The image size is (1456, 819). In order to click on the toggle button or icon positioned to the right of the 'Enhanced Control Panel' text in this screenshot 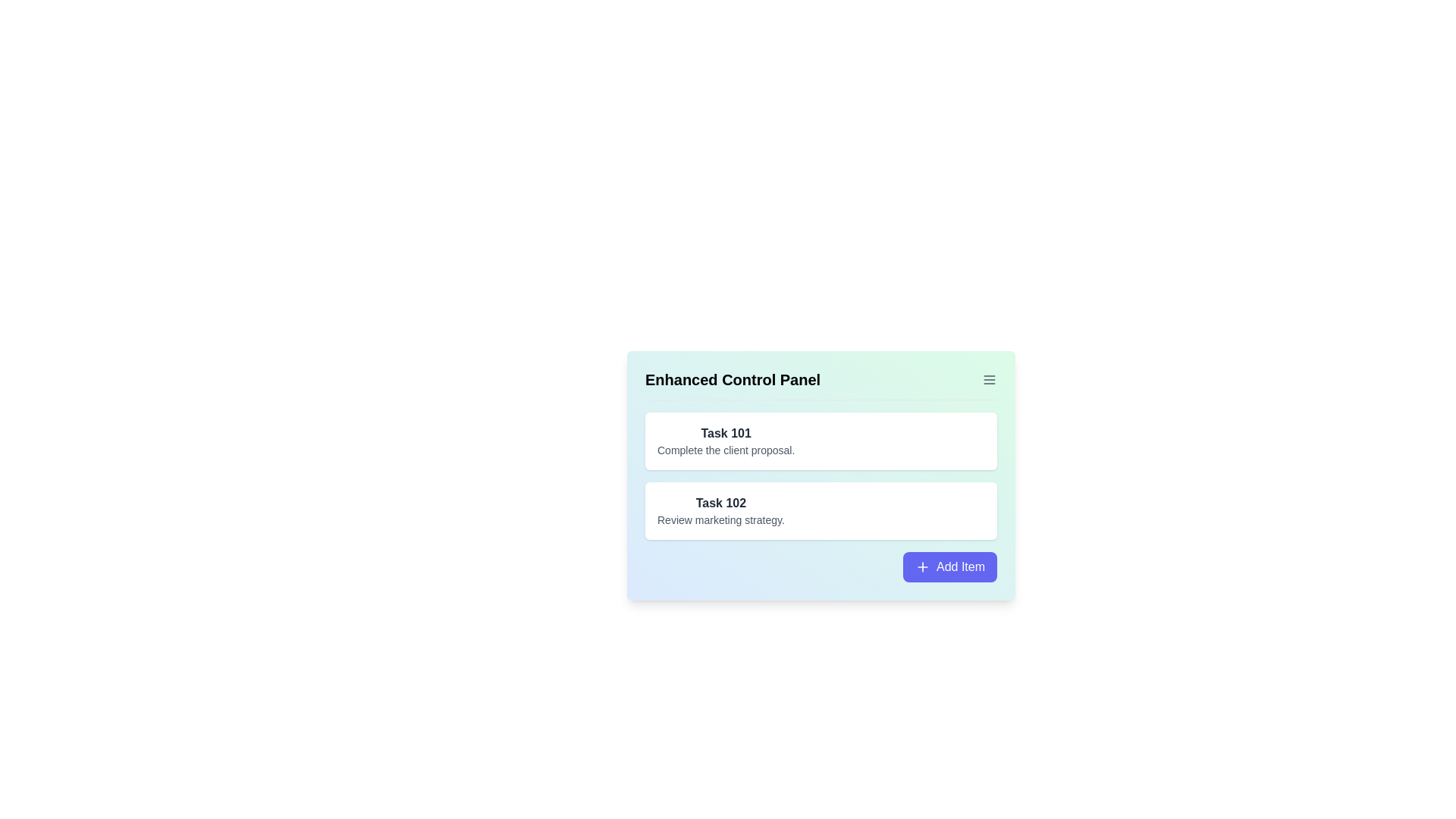, I will do `click(990, 379)`.